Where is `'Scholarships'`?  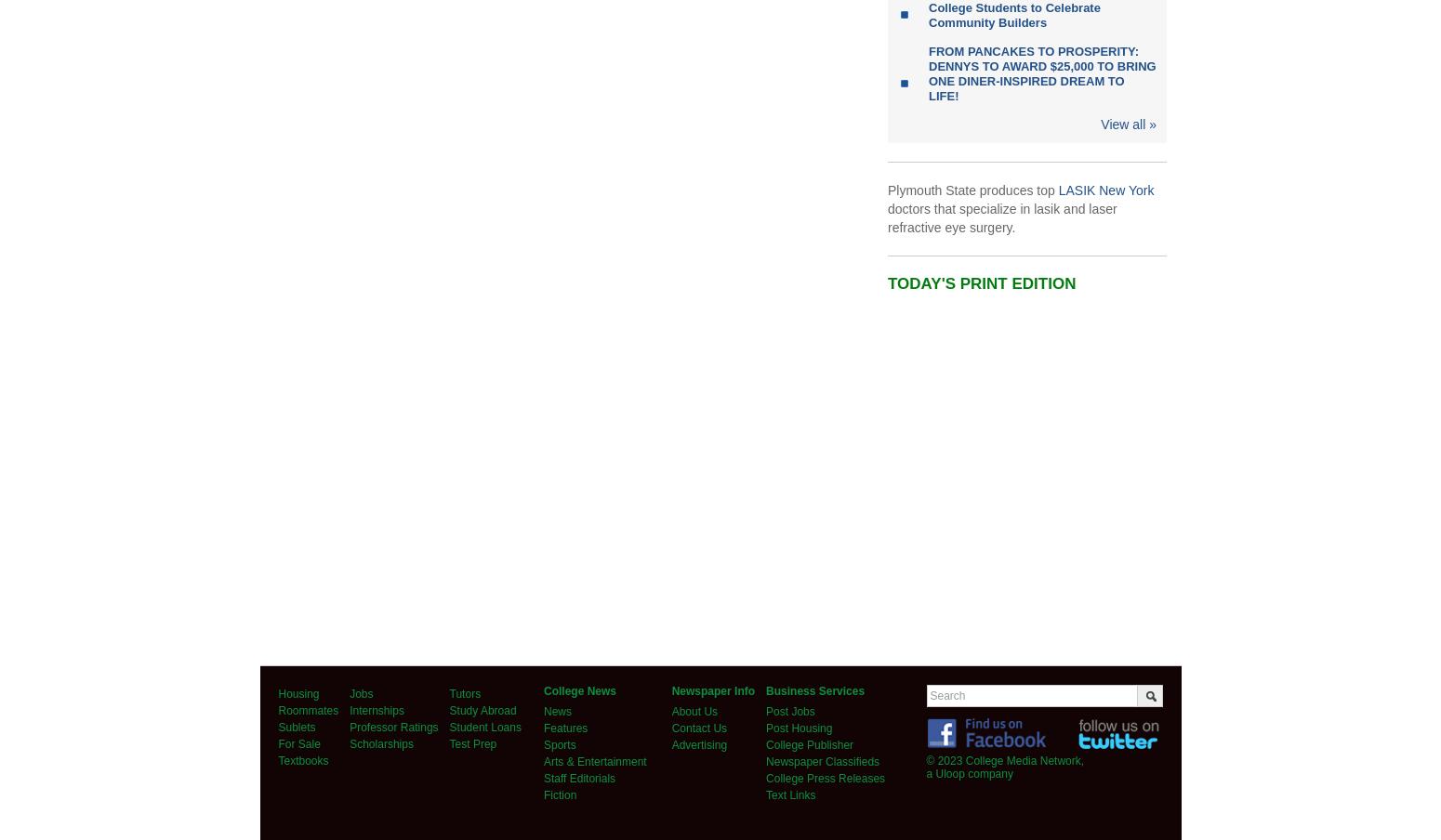
'Scholarships' is located at coordinates (349, 743).